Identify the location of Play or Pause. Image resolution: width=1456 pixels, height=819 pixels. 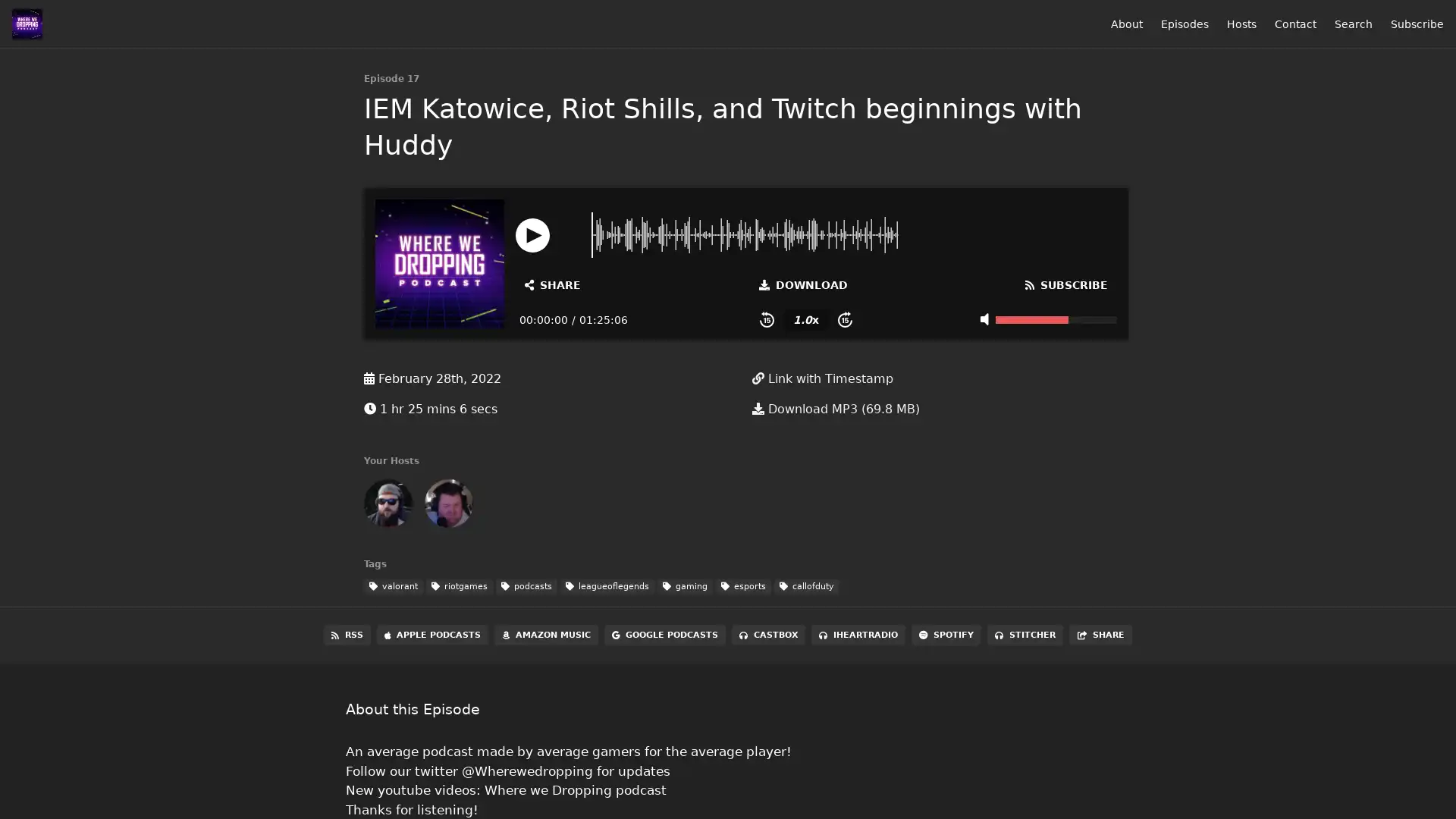
(532, 234).